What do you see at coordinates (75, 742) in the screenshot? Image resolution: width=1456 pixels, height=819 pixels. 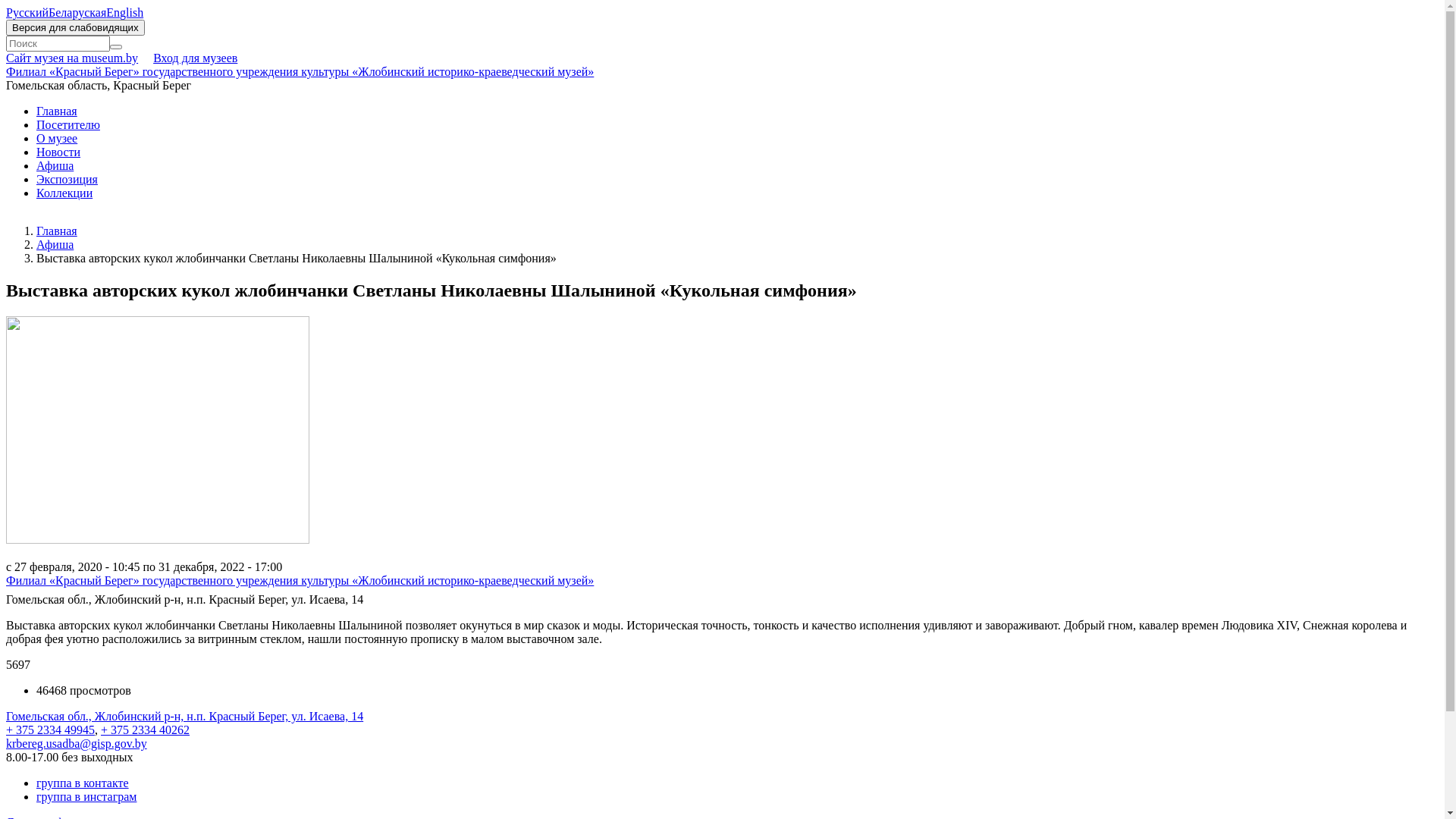 I see `'krbereg.usadba@gisp.gov.by'` at bounding box center [75, 742].